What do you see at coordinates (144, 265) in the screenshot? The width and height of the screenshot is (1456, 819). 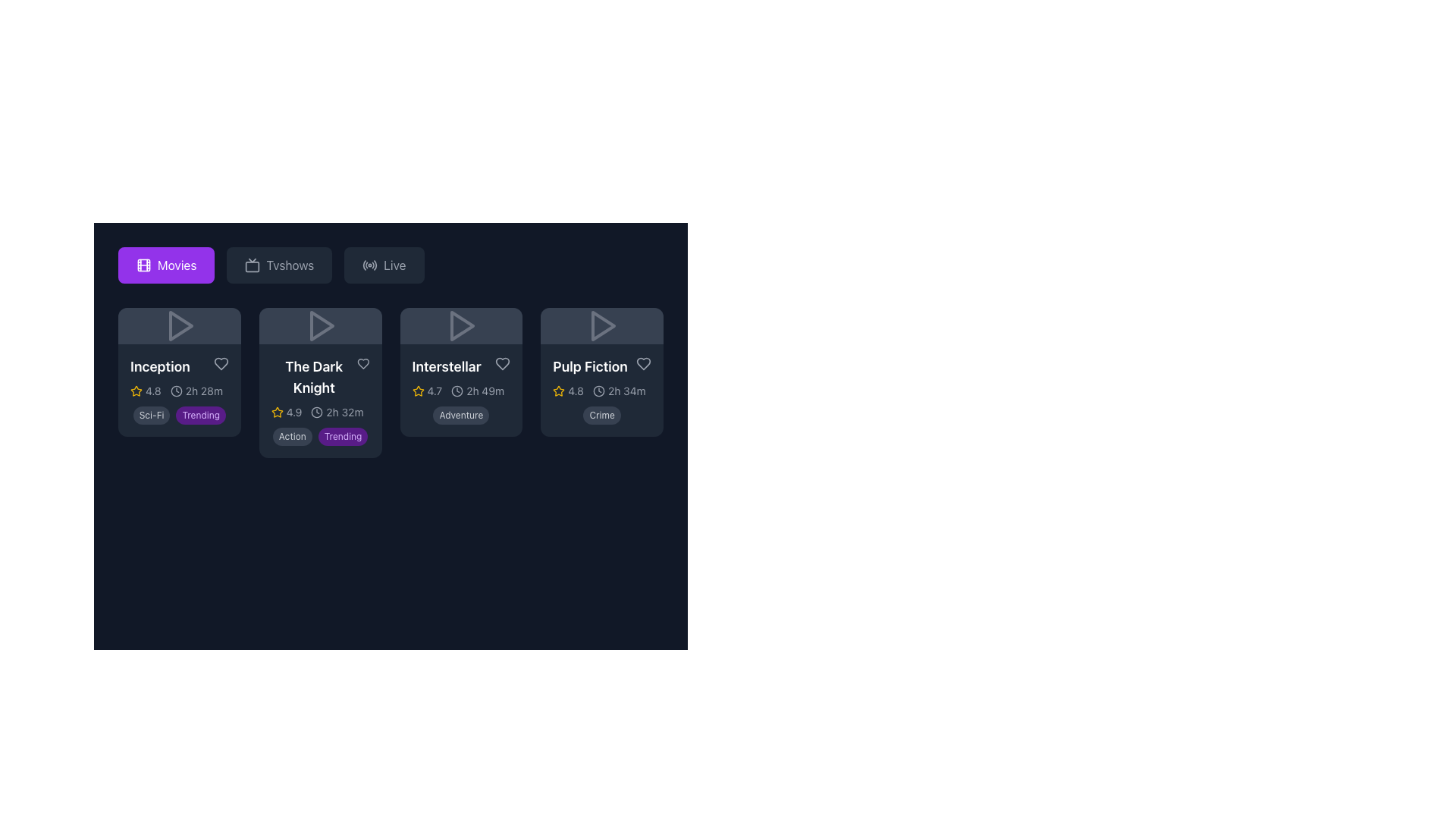 I see `the movie reel icon, which is an outlined rectangular shape with grooves, located to the left of the 'Movies' button in the upper section of the interface` at bounding box center [144, 265].